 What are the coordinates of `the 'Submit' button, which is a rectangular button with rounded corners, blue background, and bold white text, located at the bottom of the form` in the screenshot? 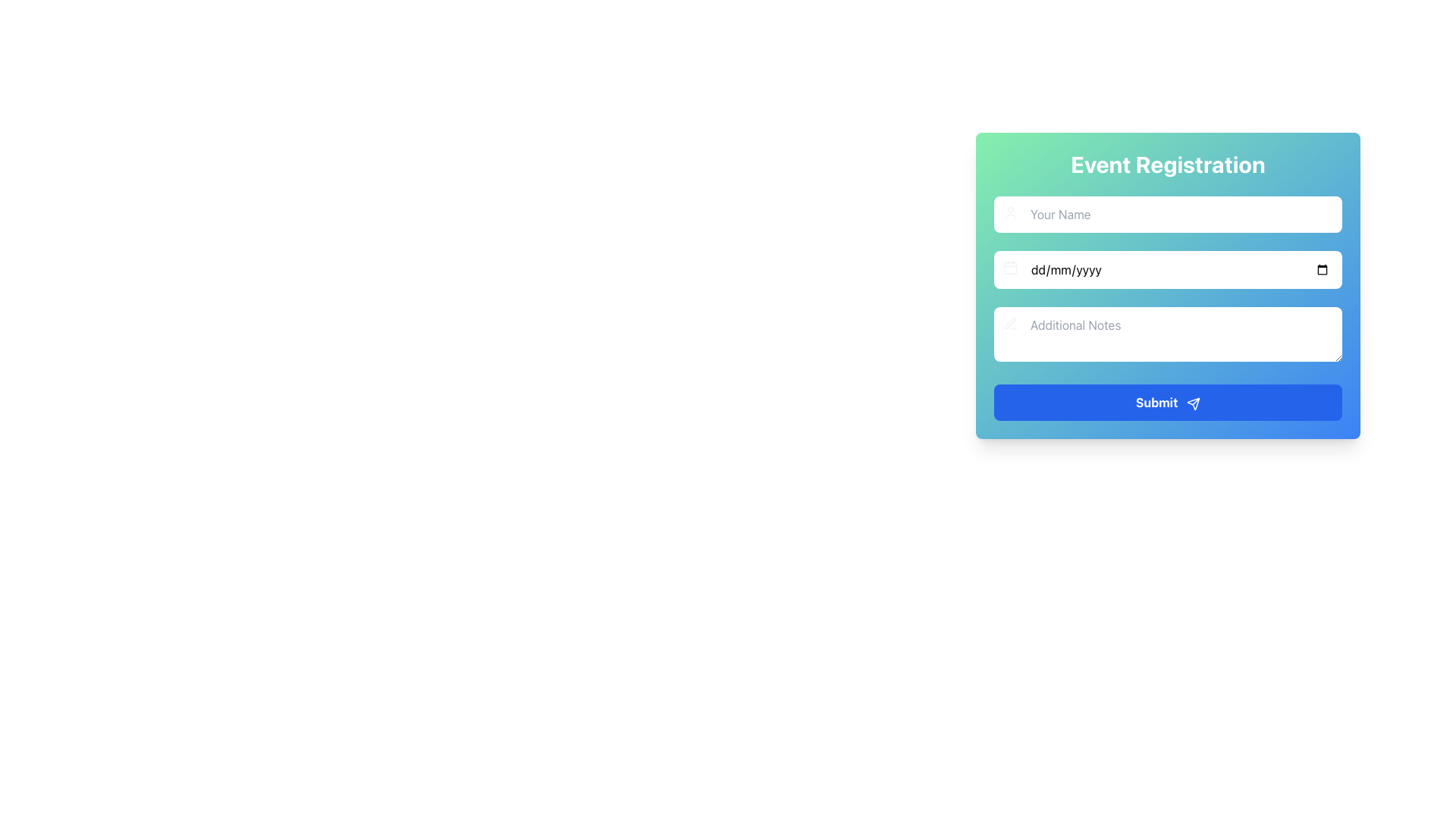 It's located at (1167, 402).